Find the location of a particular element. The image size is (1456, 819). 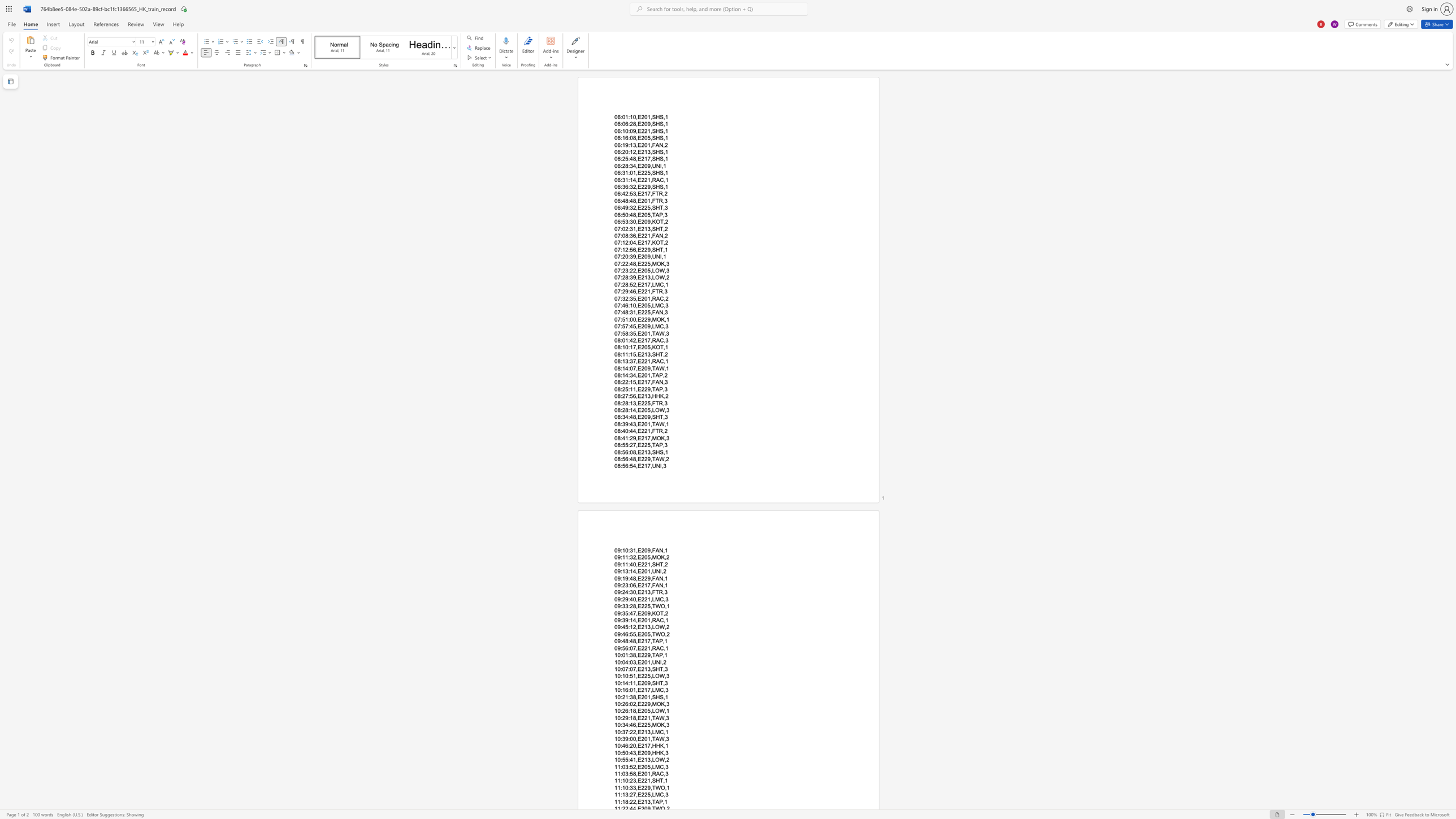

the space between the continuous character "," and "F" in the text is located at coordinates (652, 431).